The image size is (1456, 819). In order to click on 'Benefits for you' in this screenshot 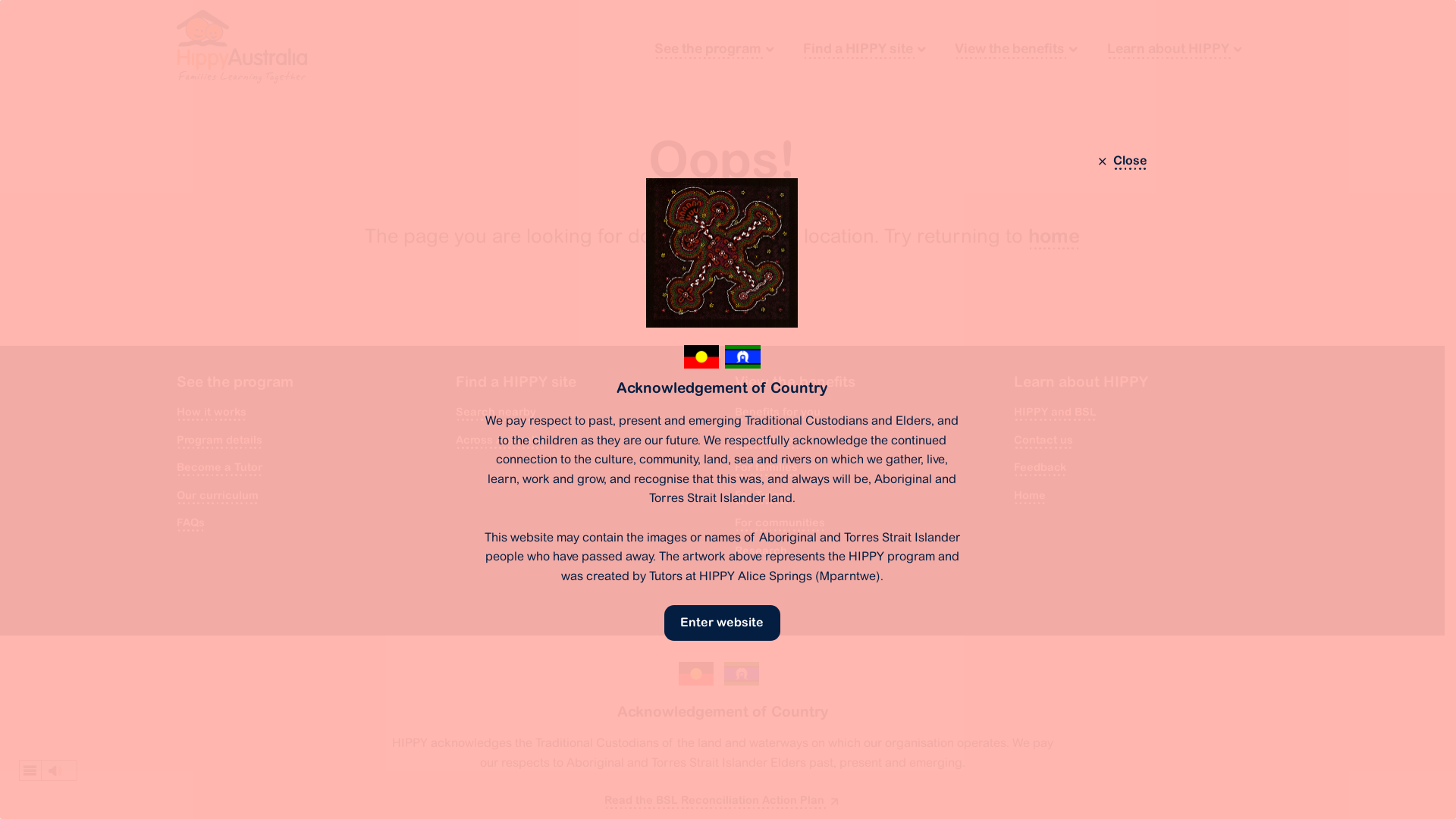, I will do `click(777, 412)`.